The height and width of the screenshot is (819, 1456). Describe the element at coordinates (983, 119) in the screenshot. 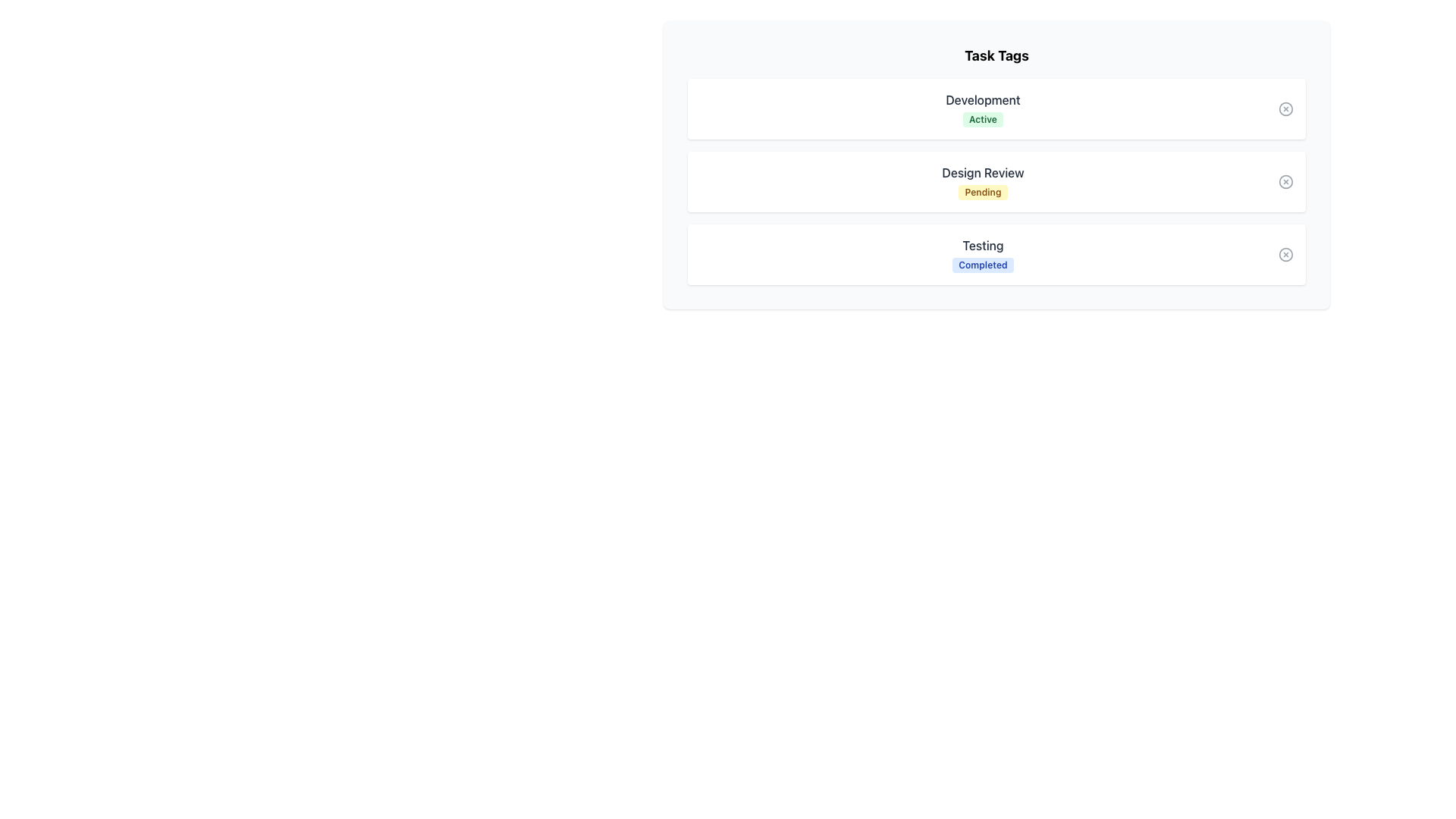

I see `the small rectangular label with the text 'Active', which has a light green background and dark green text, located to the right of 'Development' in the task list interface` at that location.